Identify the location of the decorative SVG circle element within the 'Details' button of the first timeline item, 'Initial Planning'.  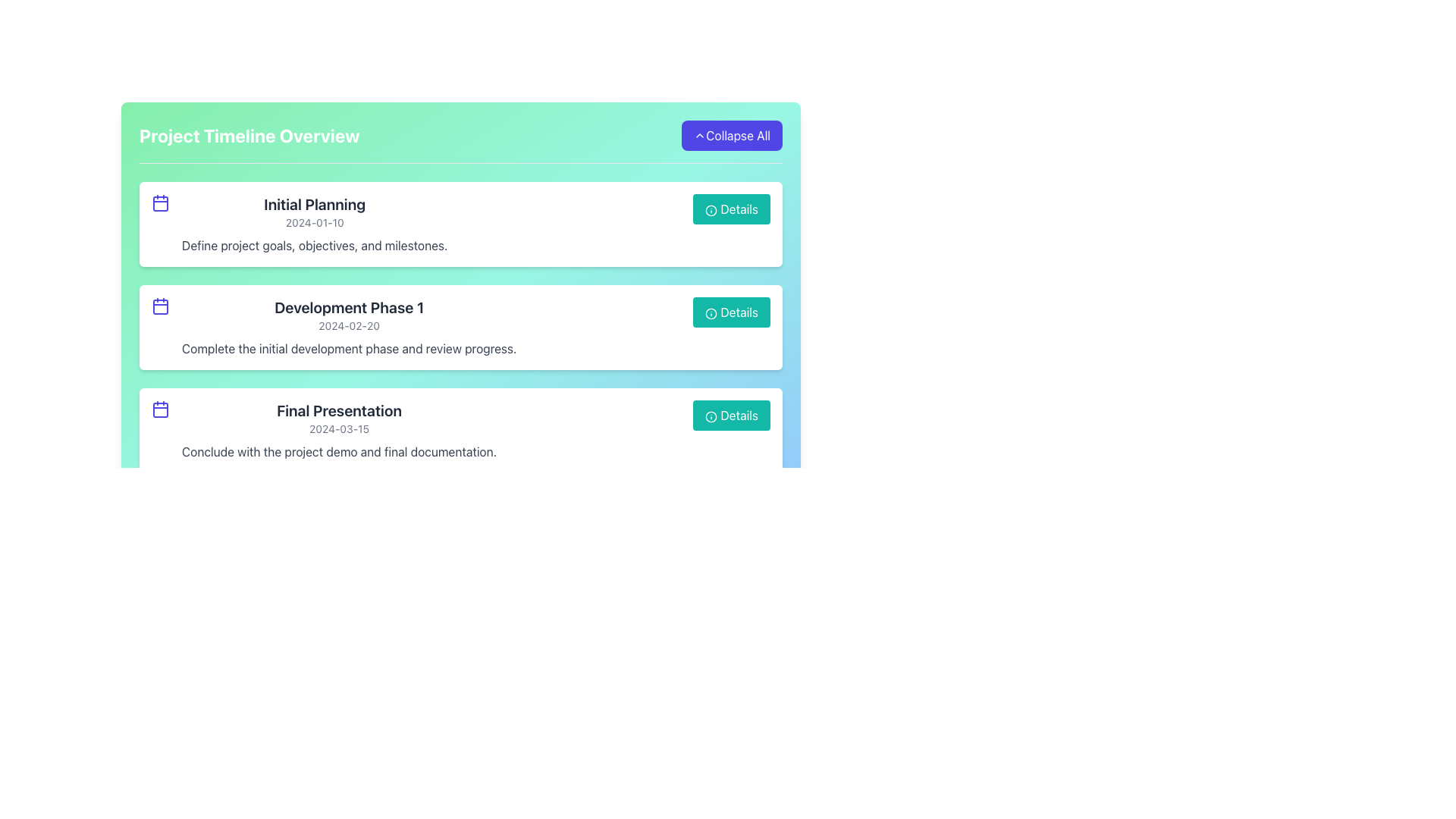
(711, 210).